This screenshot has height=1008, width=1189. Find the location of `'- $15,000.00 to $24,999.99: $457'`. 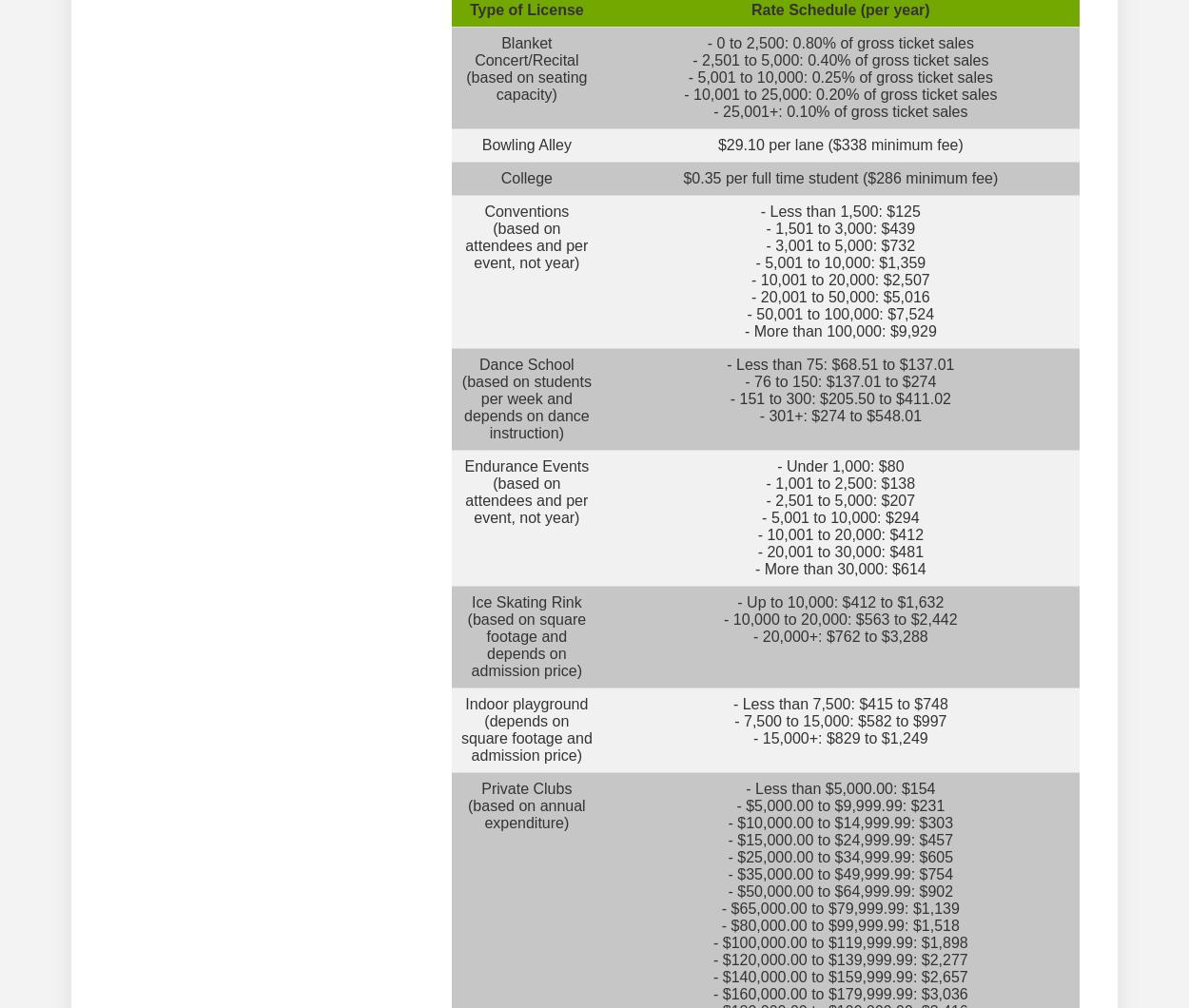

'- $15,000.00 to $24,999.99: $457' is located at coordinates (840, 840).